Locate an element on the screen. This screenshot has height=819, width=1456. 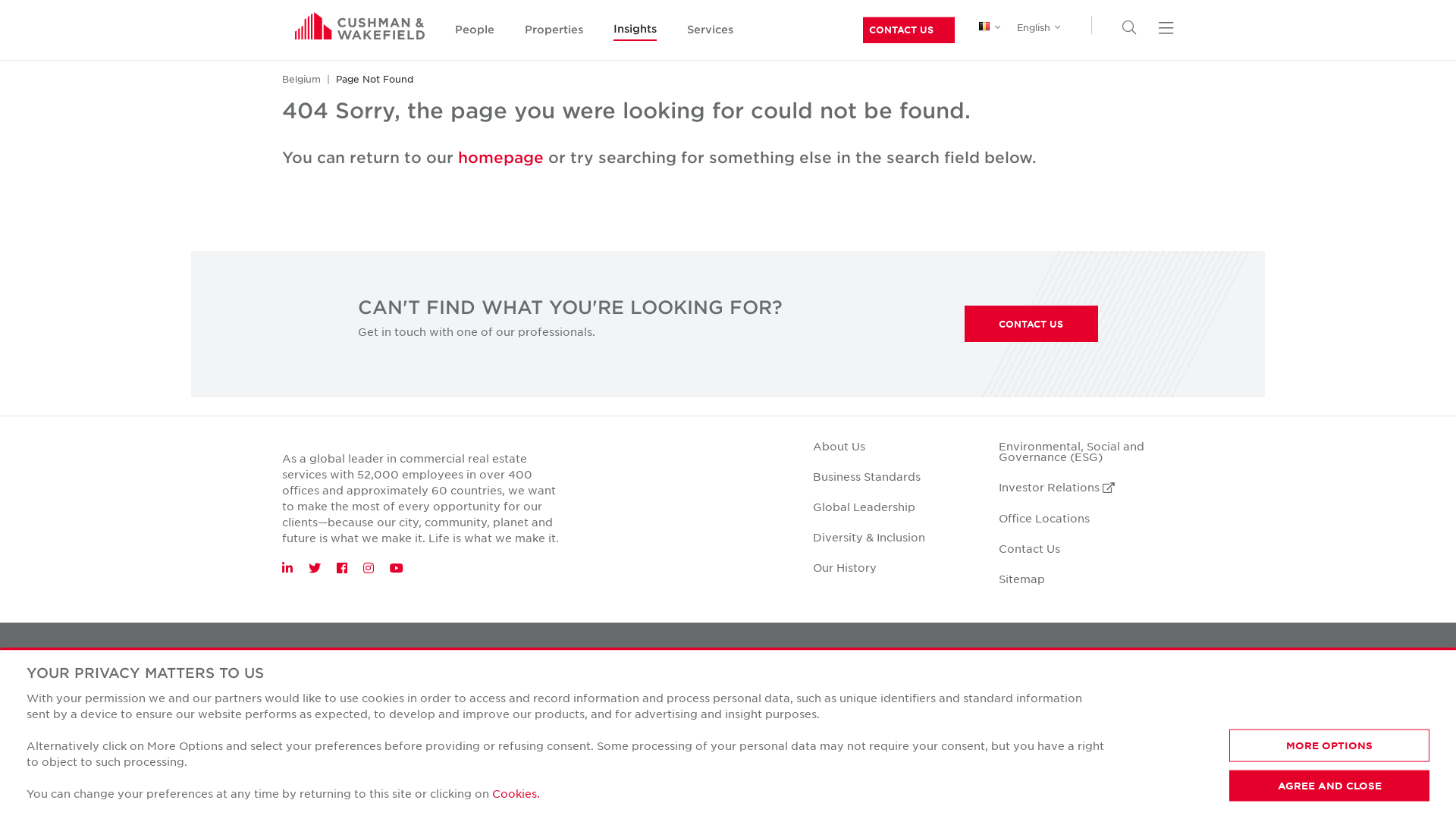
'MORE OPTIONS' is located at coordinates (1328, 745).